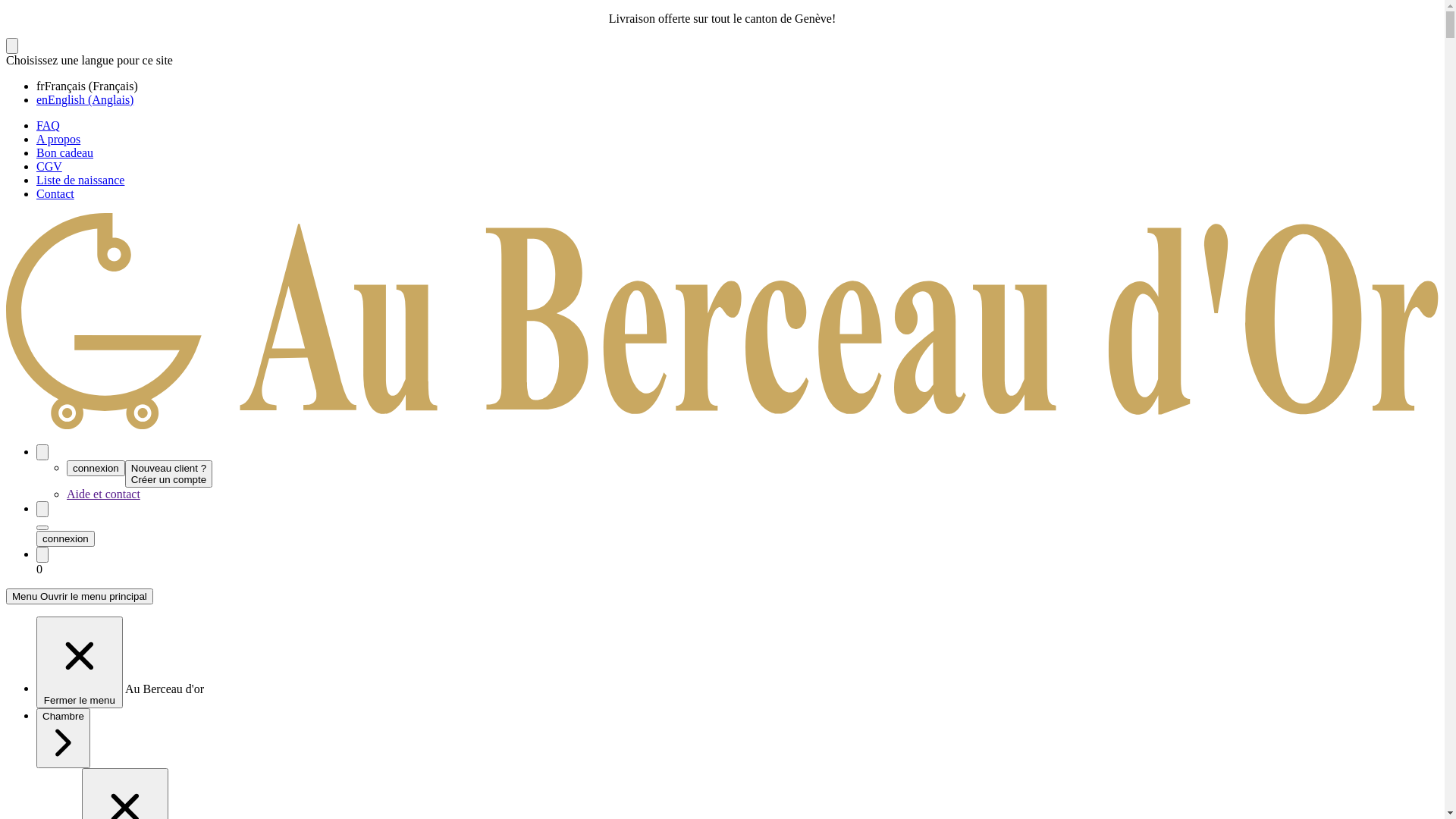  I want to click on 'FAQ', so click(48, 124).